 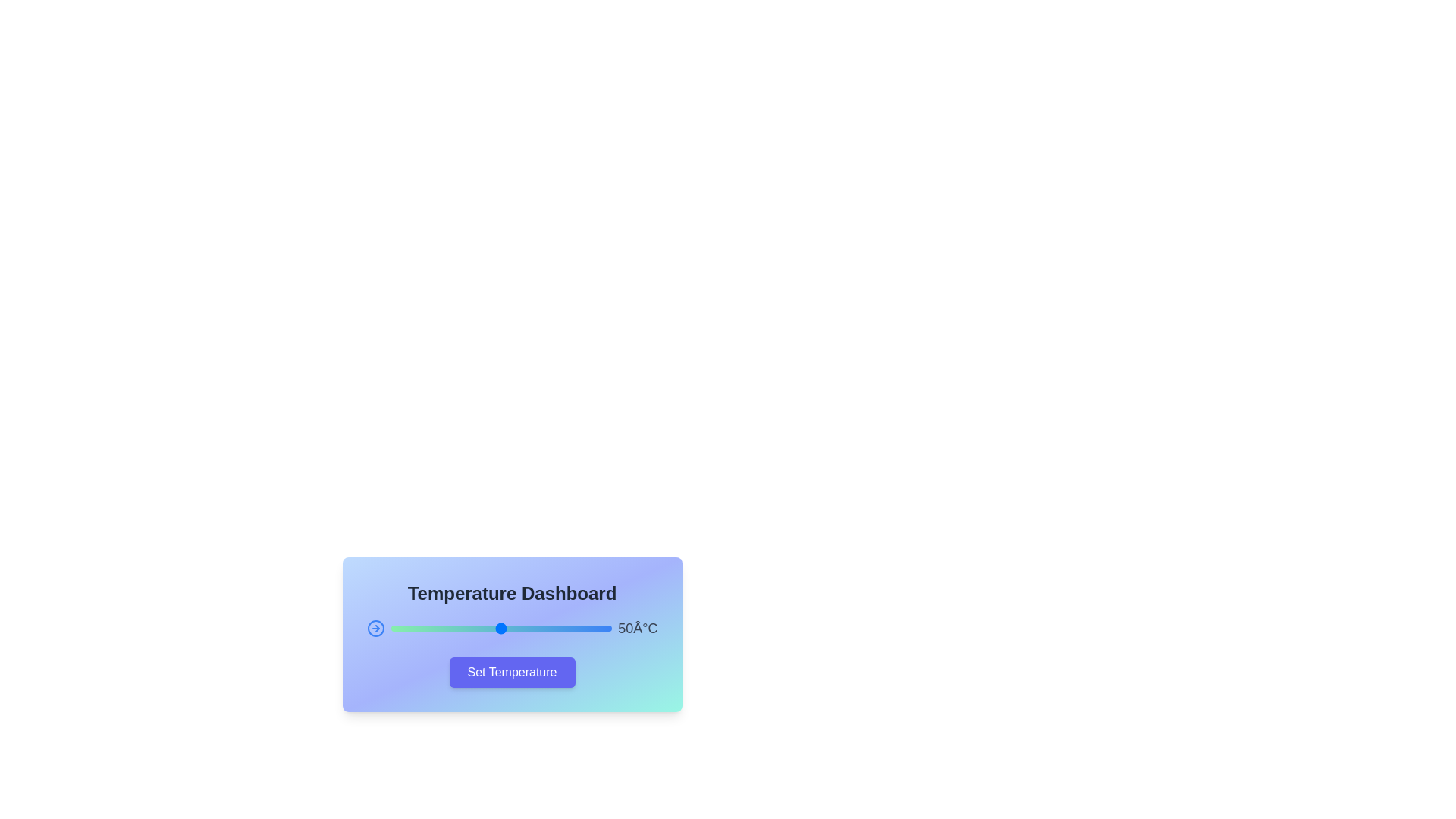 What do you see at coordinates (494, 629) in the screenshot?
I see `the slider to set the temperature to 47°C` at bounding box center [494, 629].